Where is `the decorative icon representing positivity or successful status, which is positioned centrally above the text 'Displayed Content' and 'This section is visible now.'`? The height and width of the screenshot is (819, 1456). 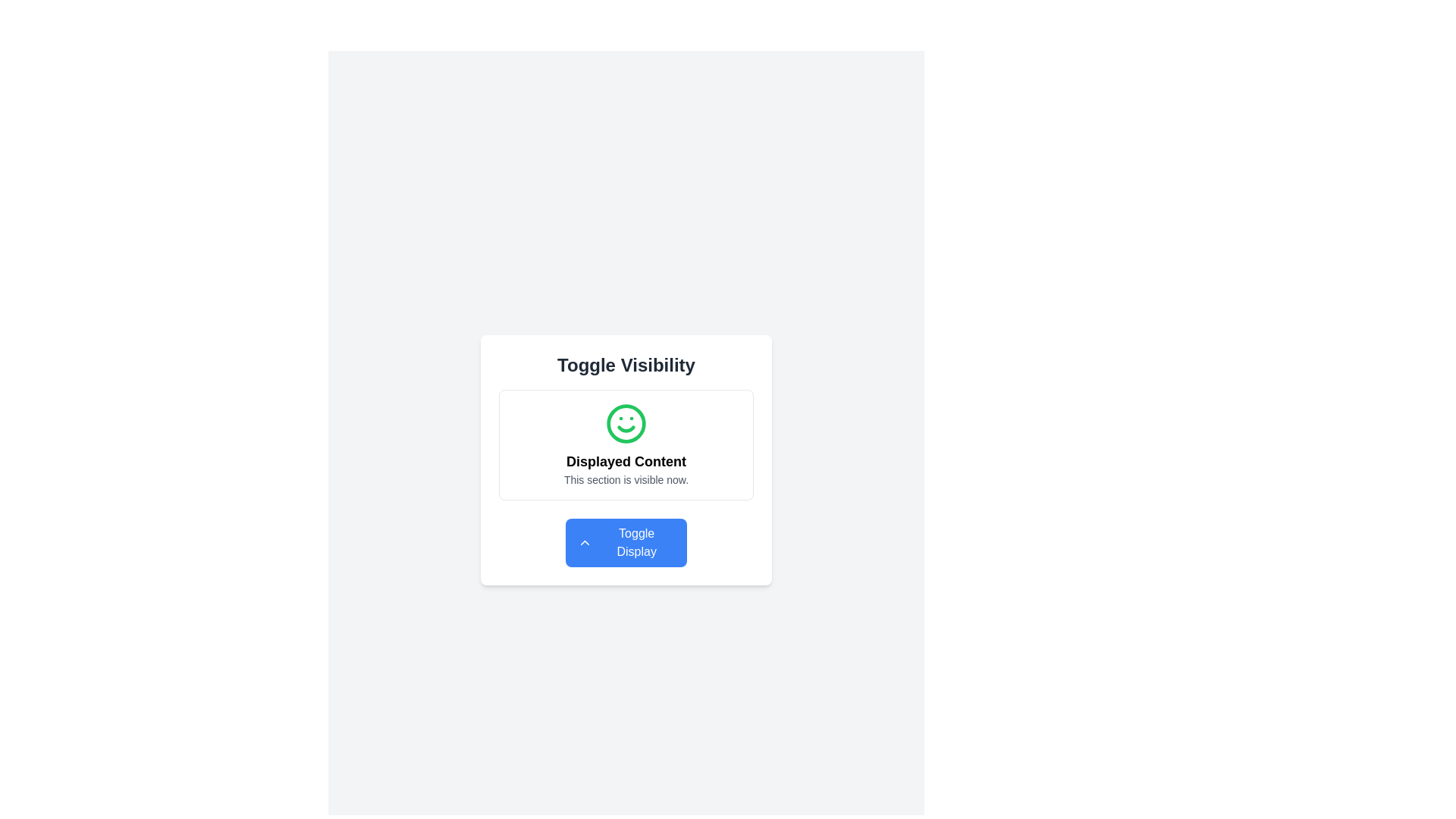 the decorative icon representing positivity or successful status, which is positioned centrally above the text 'Displayed Content' and 'This section is visible now.' is located at coordinates (626, 424).